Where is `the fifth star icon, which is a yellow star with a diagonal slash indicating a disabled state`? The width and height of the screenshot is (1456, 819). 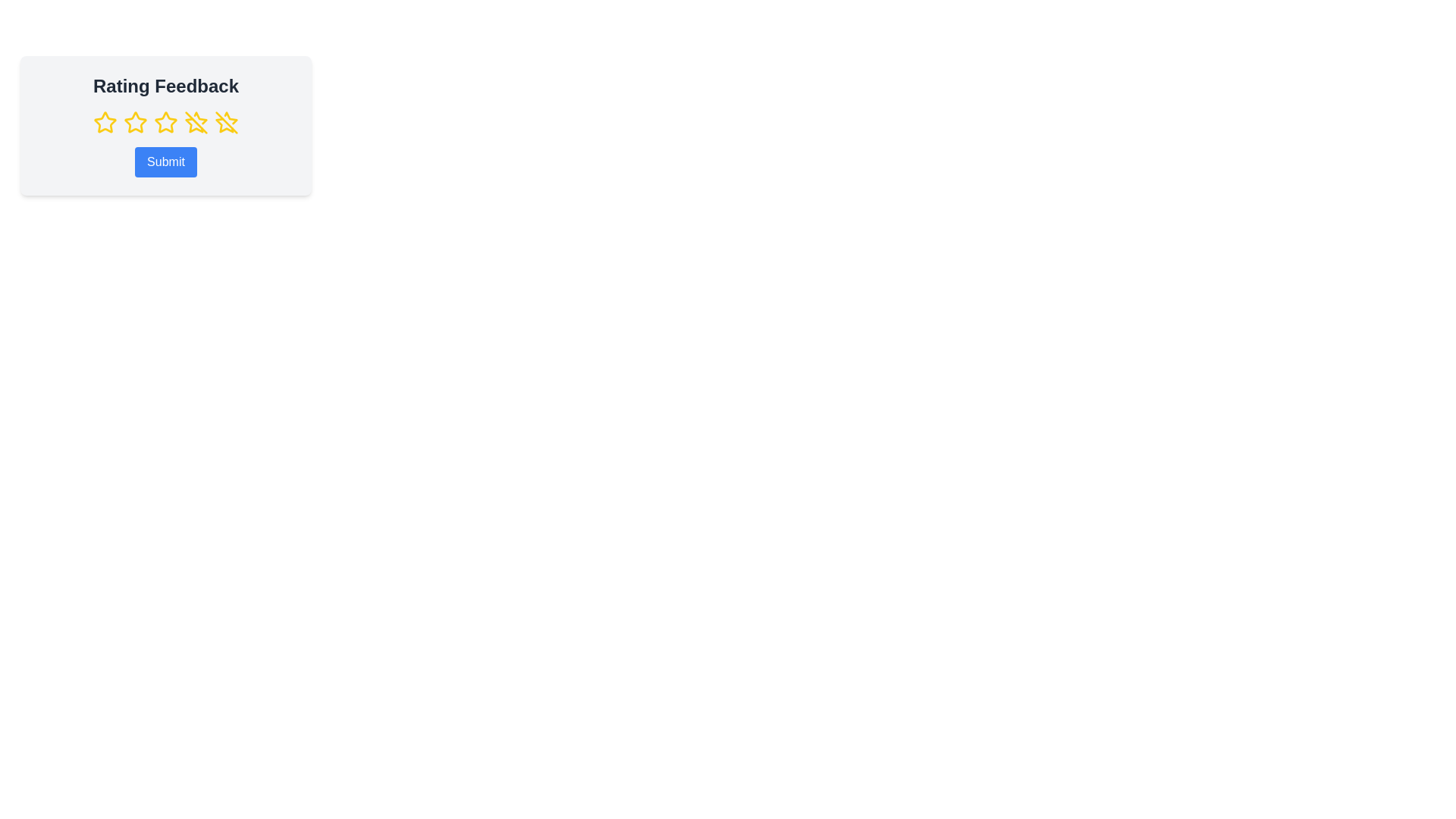 the fifth star icon, which is a yellow star with a diagonal slash indicating a disabled state is located at coordinates (196, 122).